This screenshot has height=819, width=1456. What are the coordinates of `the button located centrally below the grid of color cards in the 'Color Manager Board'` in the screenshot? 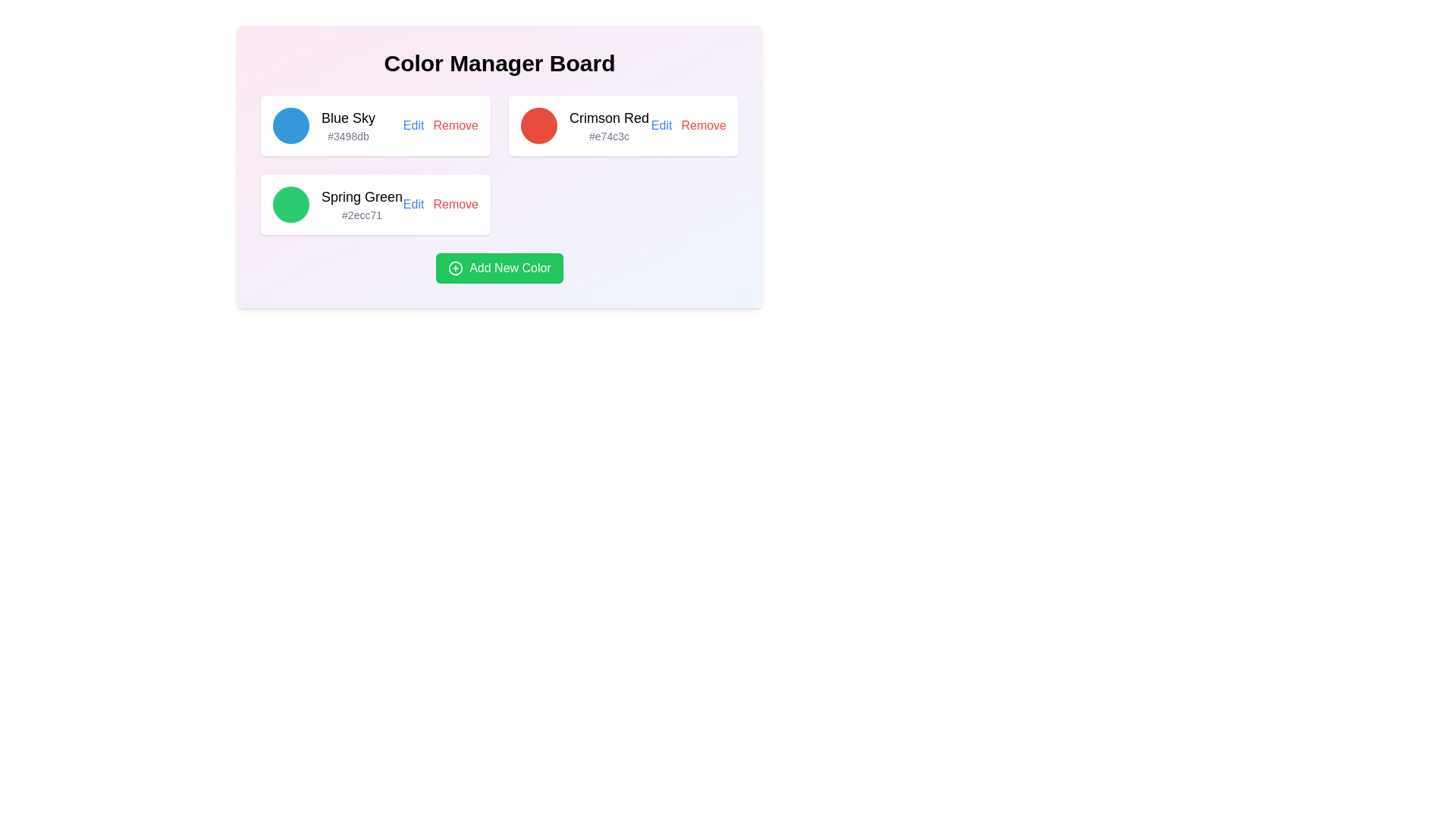 It's located at (499, 268).